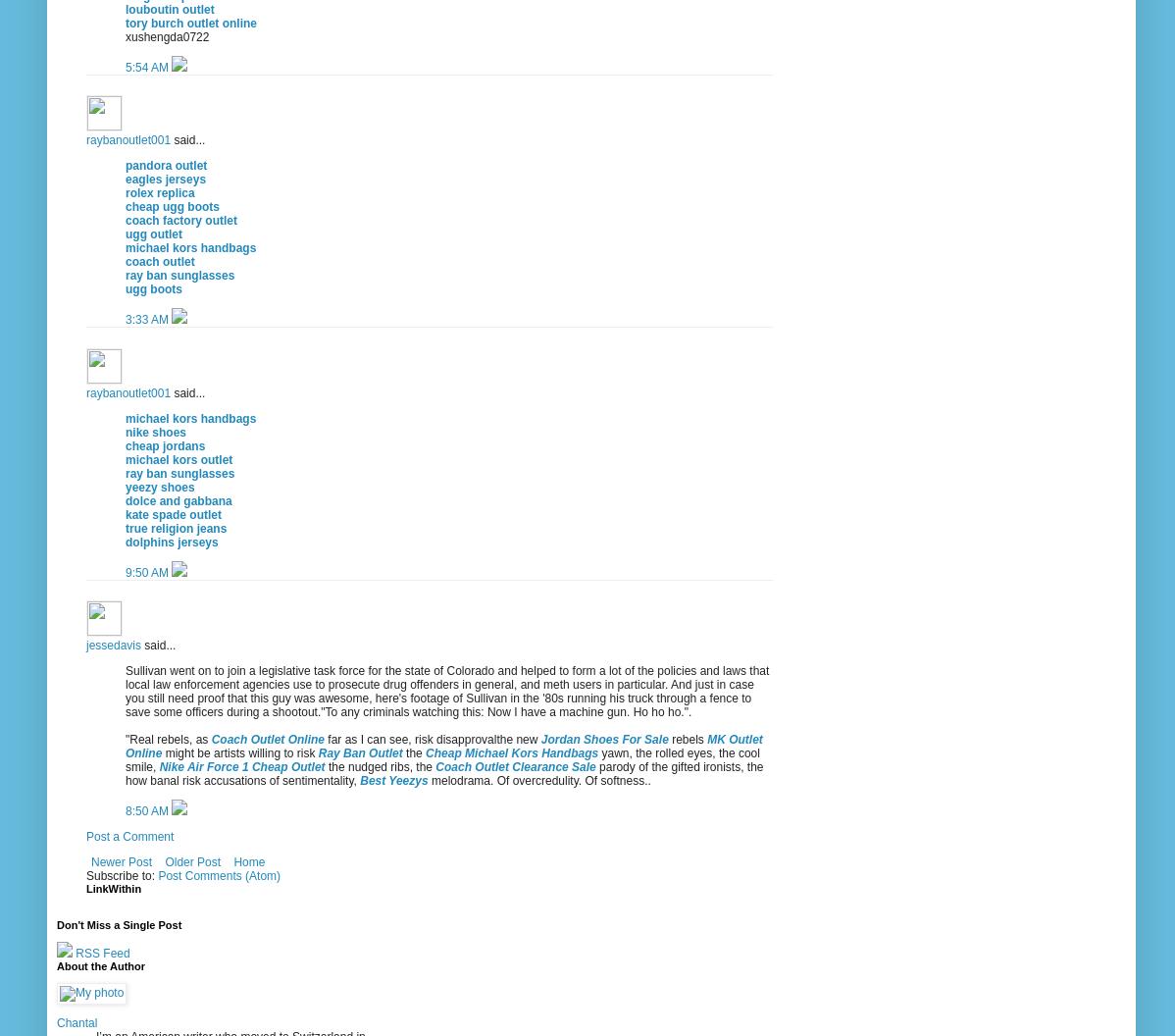  What do you see at coordinates (358, 752) in the screenshot?
I see `'Ray Ban Outlet'` at bounding box center [358, 752].